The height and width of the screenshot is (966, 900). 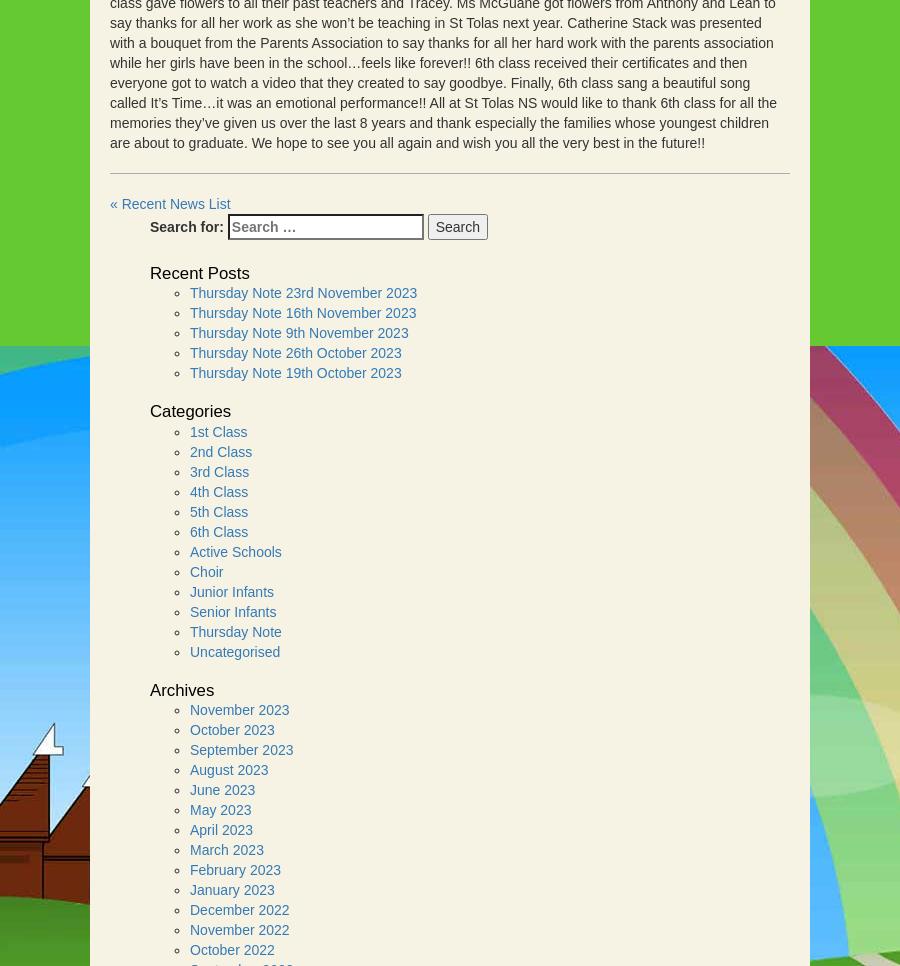 What do you see at coordinates (189, 291) in the screenshot?
I see `'Thursday Note 23rd November 2023'` at bounding box center [189, 291].